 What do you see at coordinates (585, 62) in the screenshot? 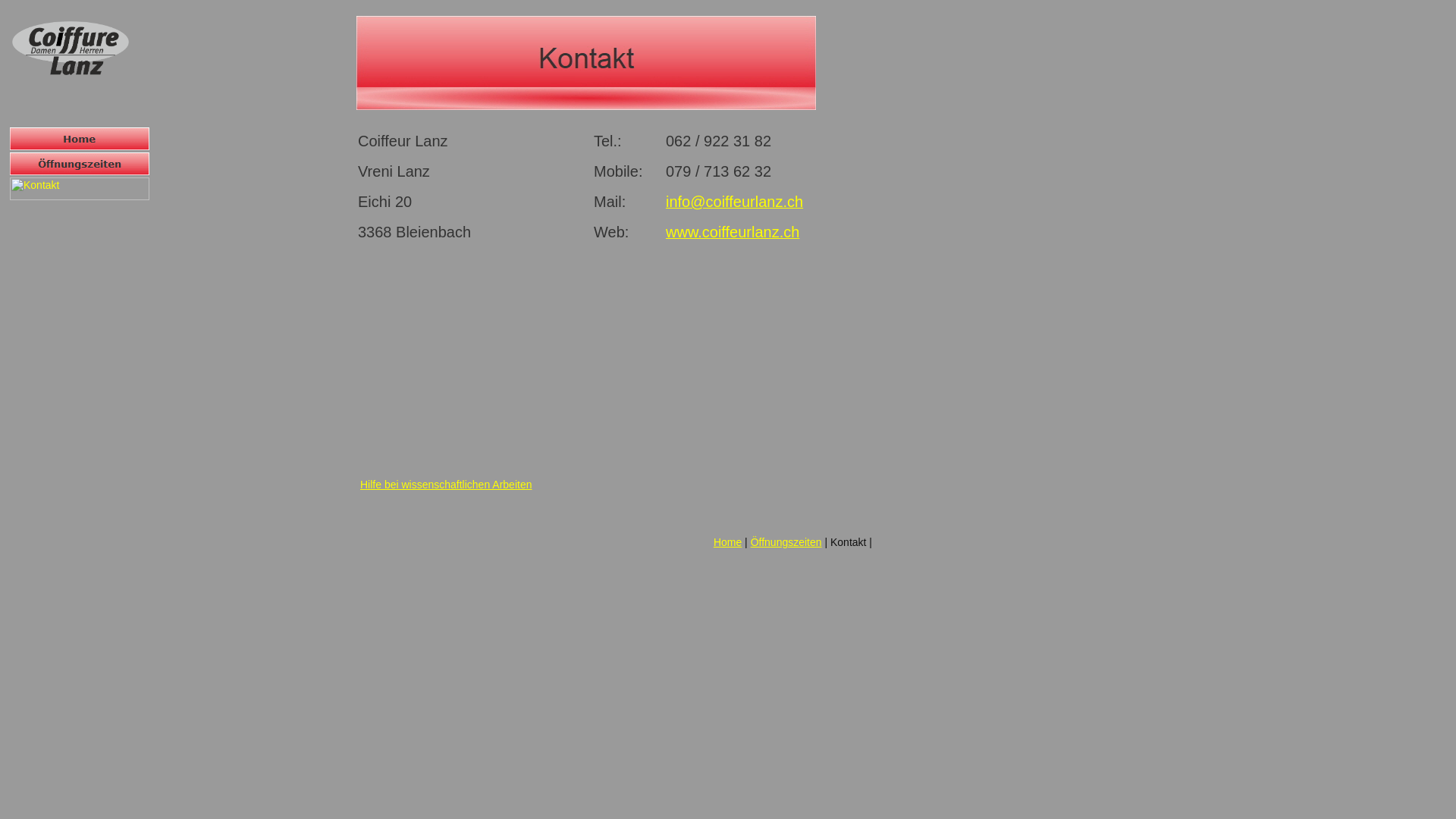
I see `'Kontakt'` at bounding box center [585, 62].